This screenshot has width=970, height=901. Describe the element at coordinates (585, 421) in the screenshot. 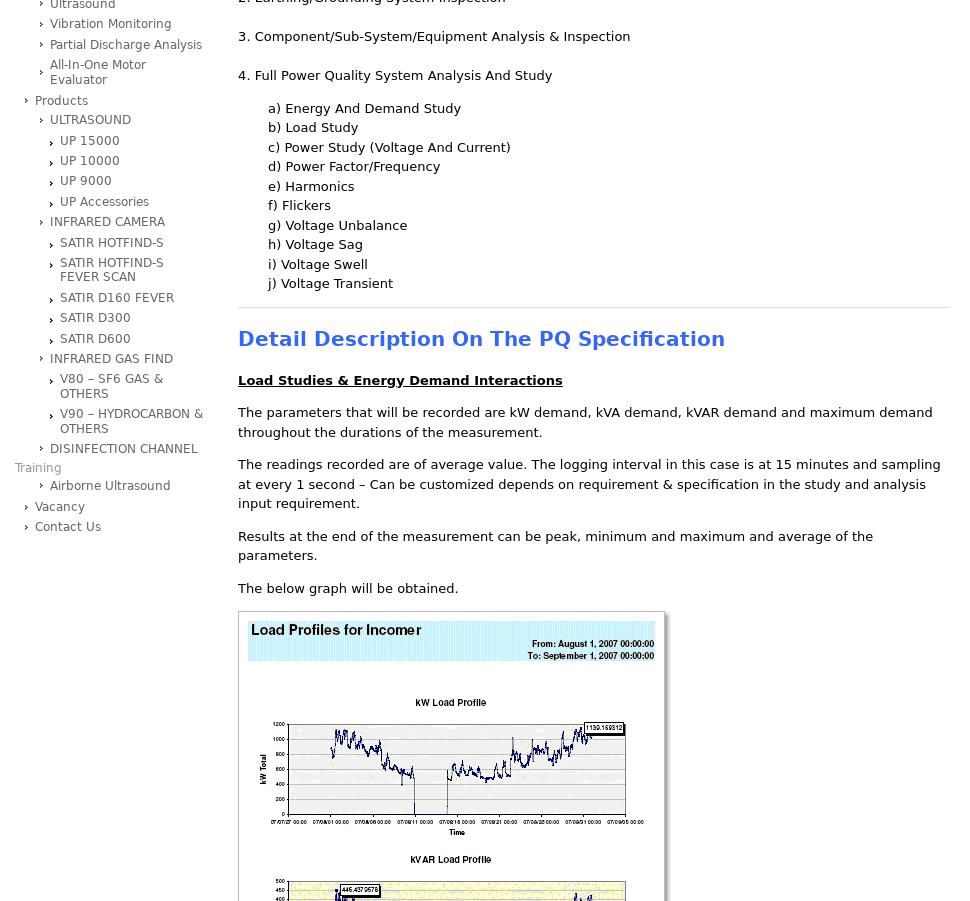

I see `'The parameters that will be recorded are kW demand, kVA demand, kVAR demand and maximum demand throughout the durations of the measurement.'` at that location.